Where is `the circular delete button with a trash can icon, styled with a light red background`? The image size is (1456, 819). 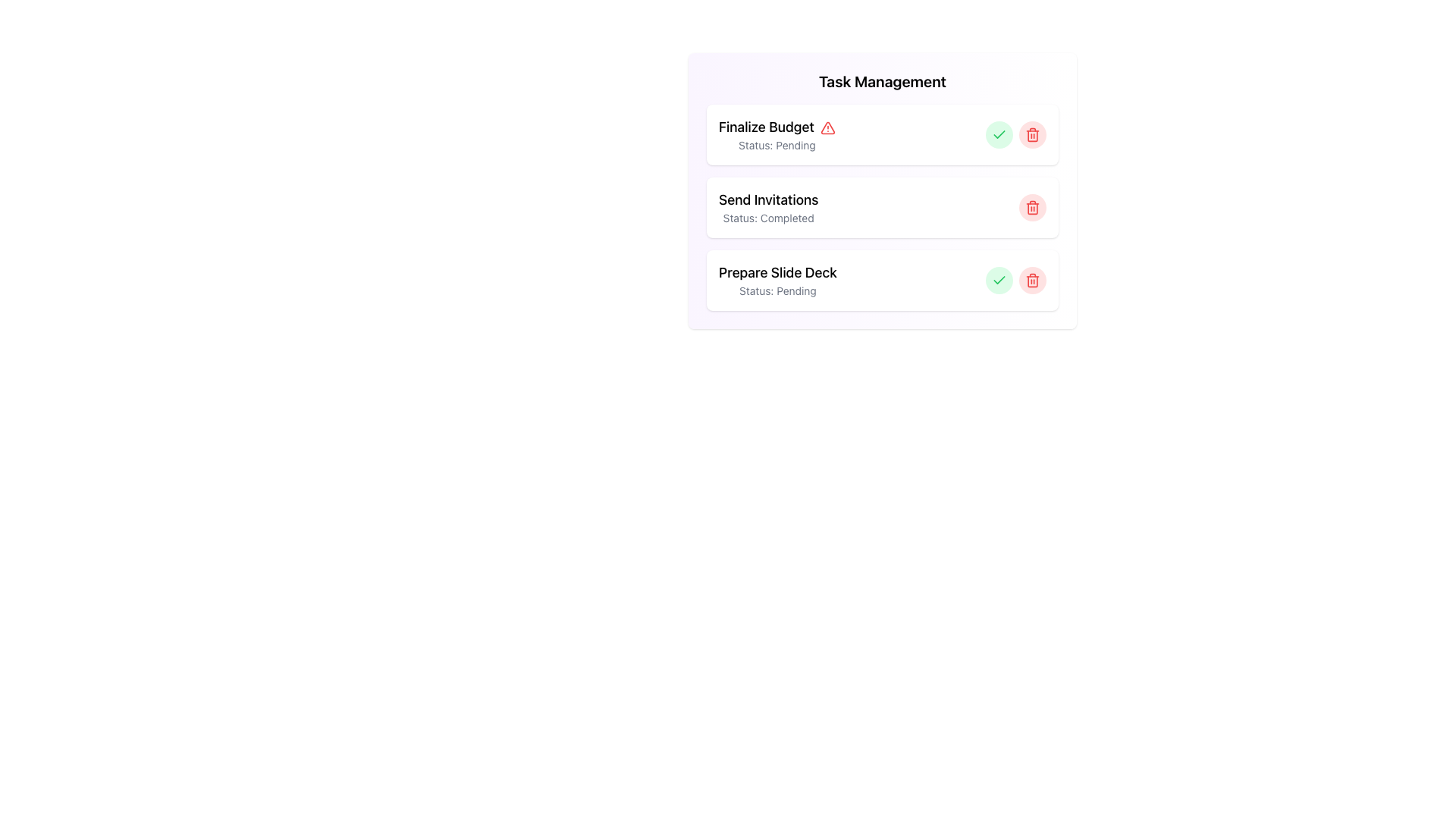 the circular delete button with a trash can icon, styled with a light red background is located at coordinates (1032, 207).